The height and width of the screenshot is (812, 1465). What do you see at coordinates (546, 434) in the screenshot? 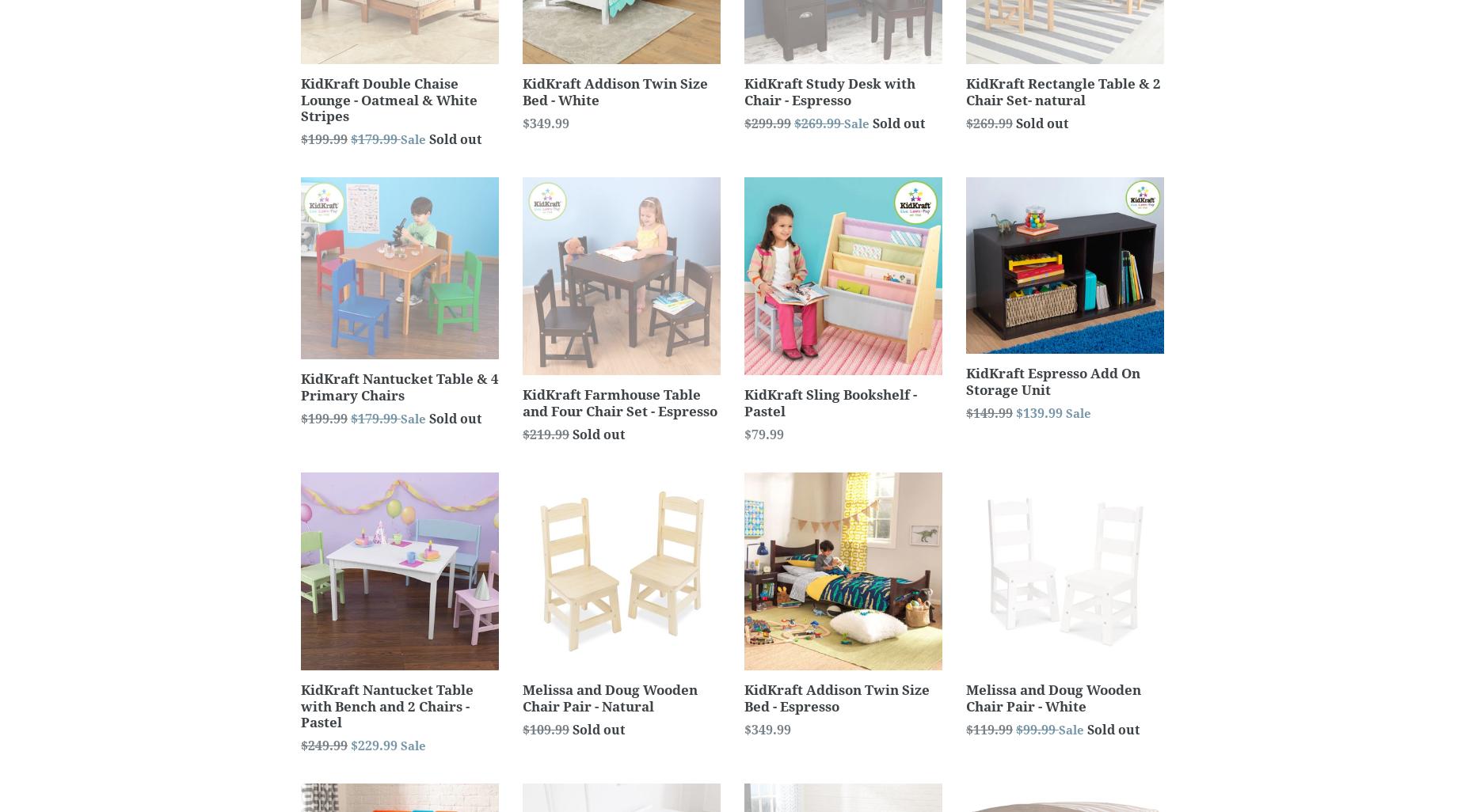
I see `'$219.99'` at bounding box center [546, 434].